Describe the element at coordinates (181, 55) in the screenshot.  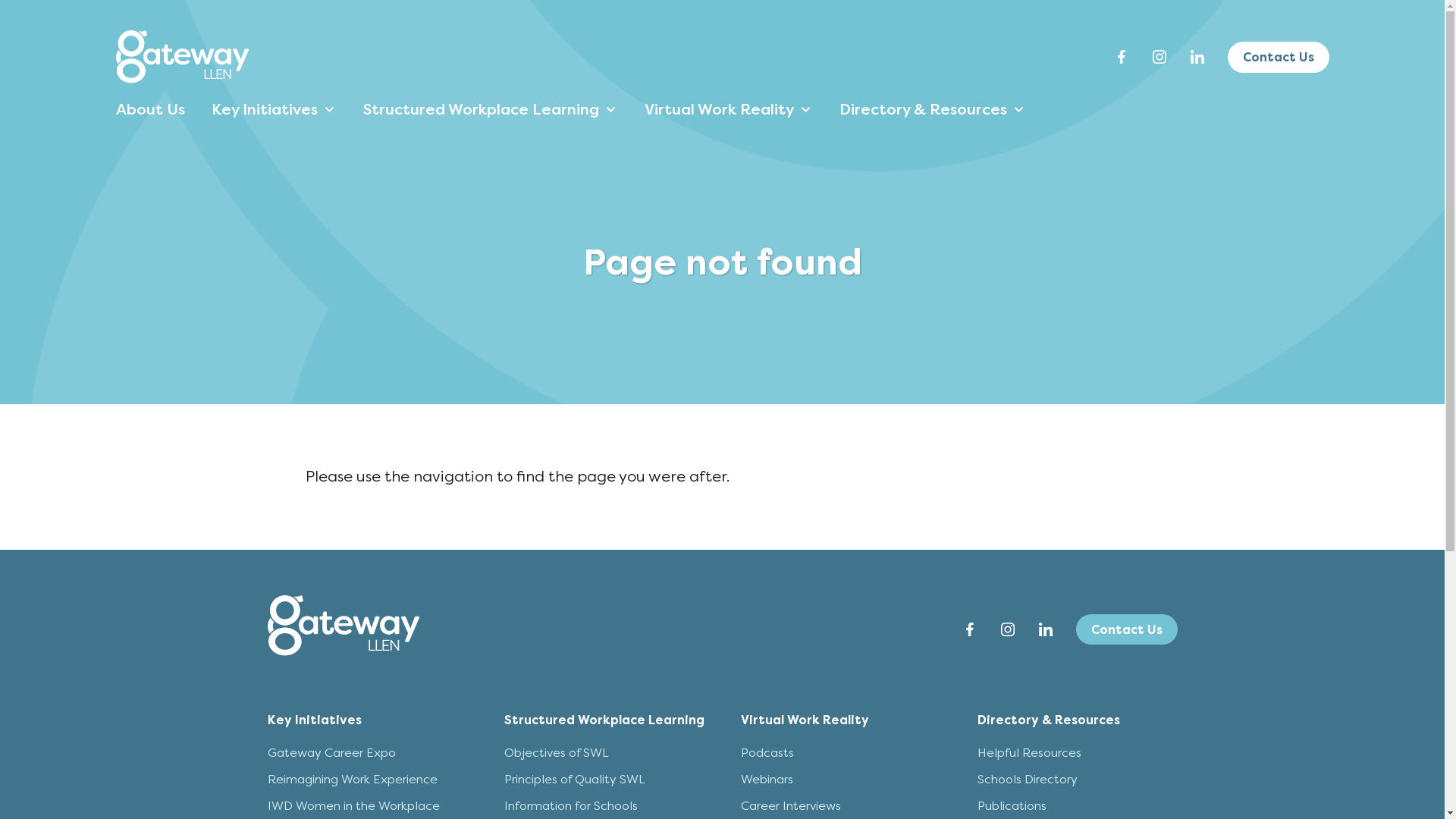
I see `'Gateway LLEN'` at that location.